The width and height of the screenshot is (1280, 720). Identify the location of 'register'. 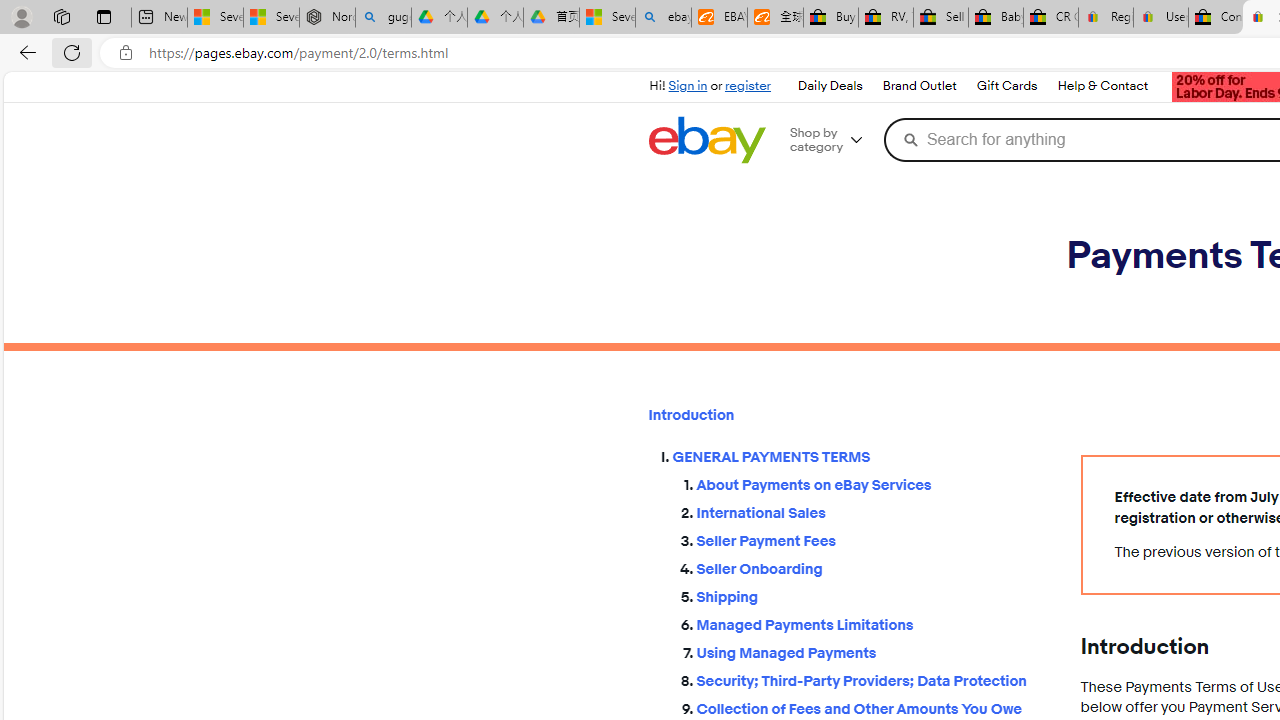
(747, 85).